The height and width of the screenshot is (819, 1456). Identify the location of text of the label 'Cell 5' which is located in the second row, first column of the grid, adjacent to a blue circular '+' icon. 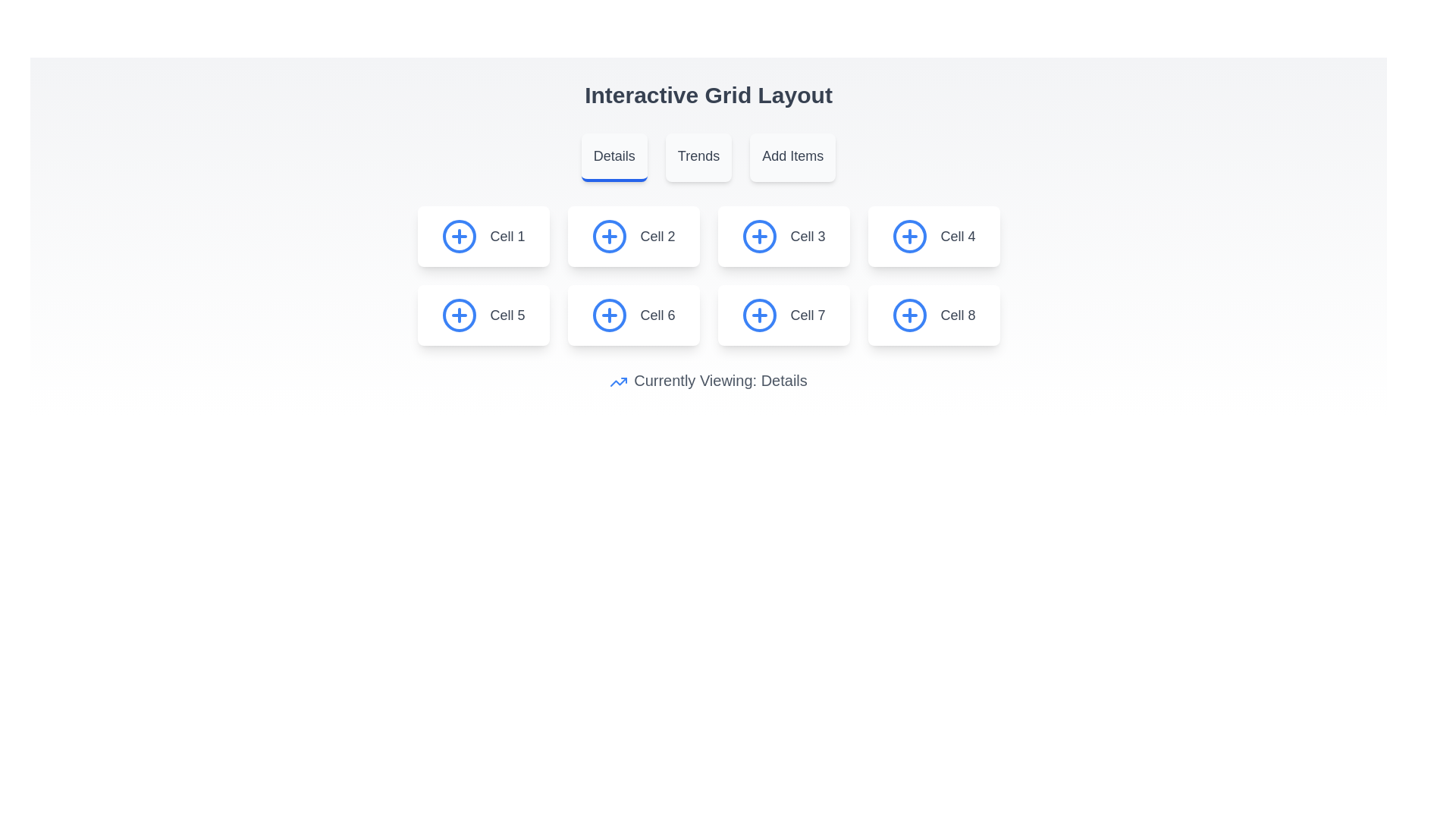
(507, 315).